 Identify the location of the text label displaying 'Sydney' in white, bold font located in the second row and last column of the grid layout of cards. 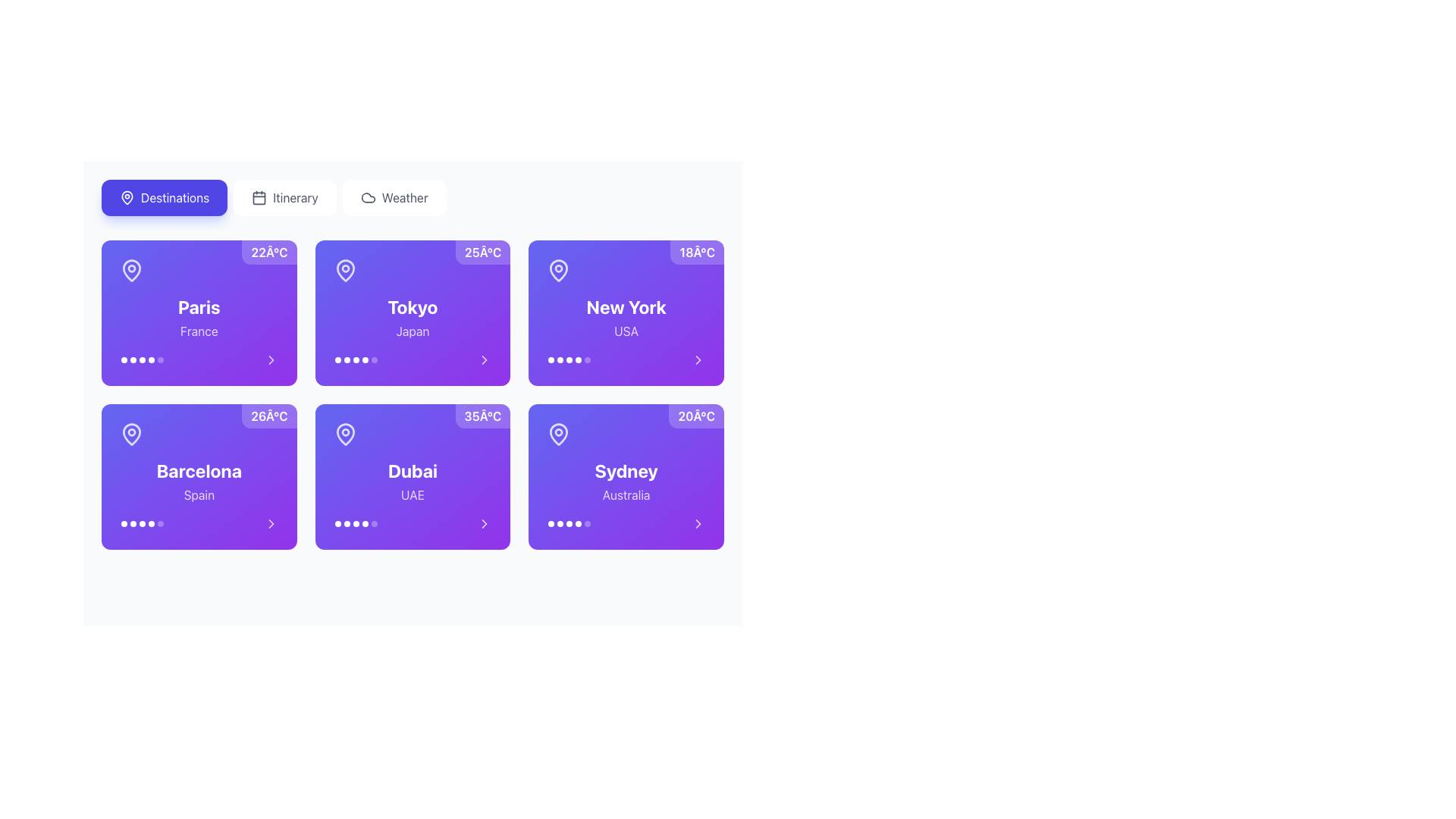
(626, 470).